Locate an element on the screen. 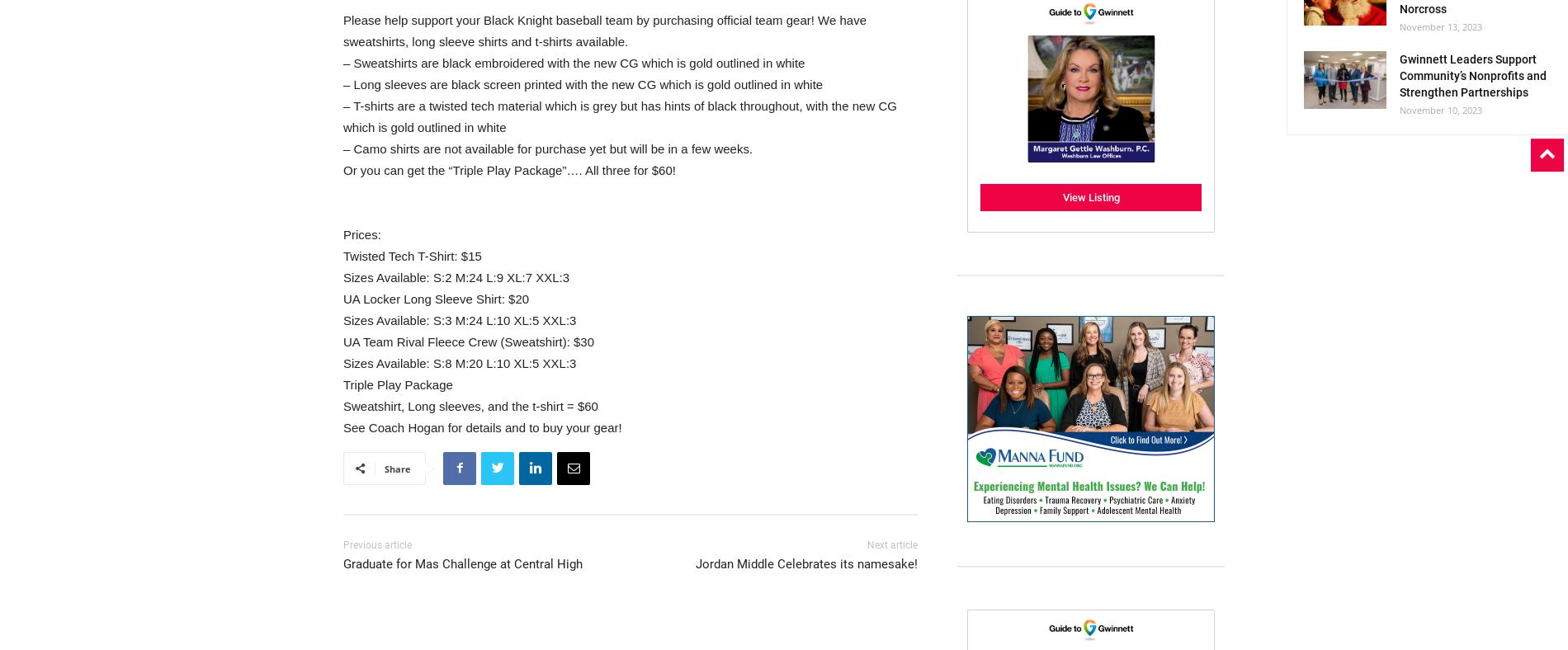 The width and height of the screenshot is (1568, 650). 'UA Team Rival Fleece Crew (Sweatshirt): $30' is located at coordinates (468, 340).